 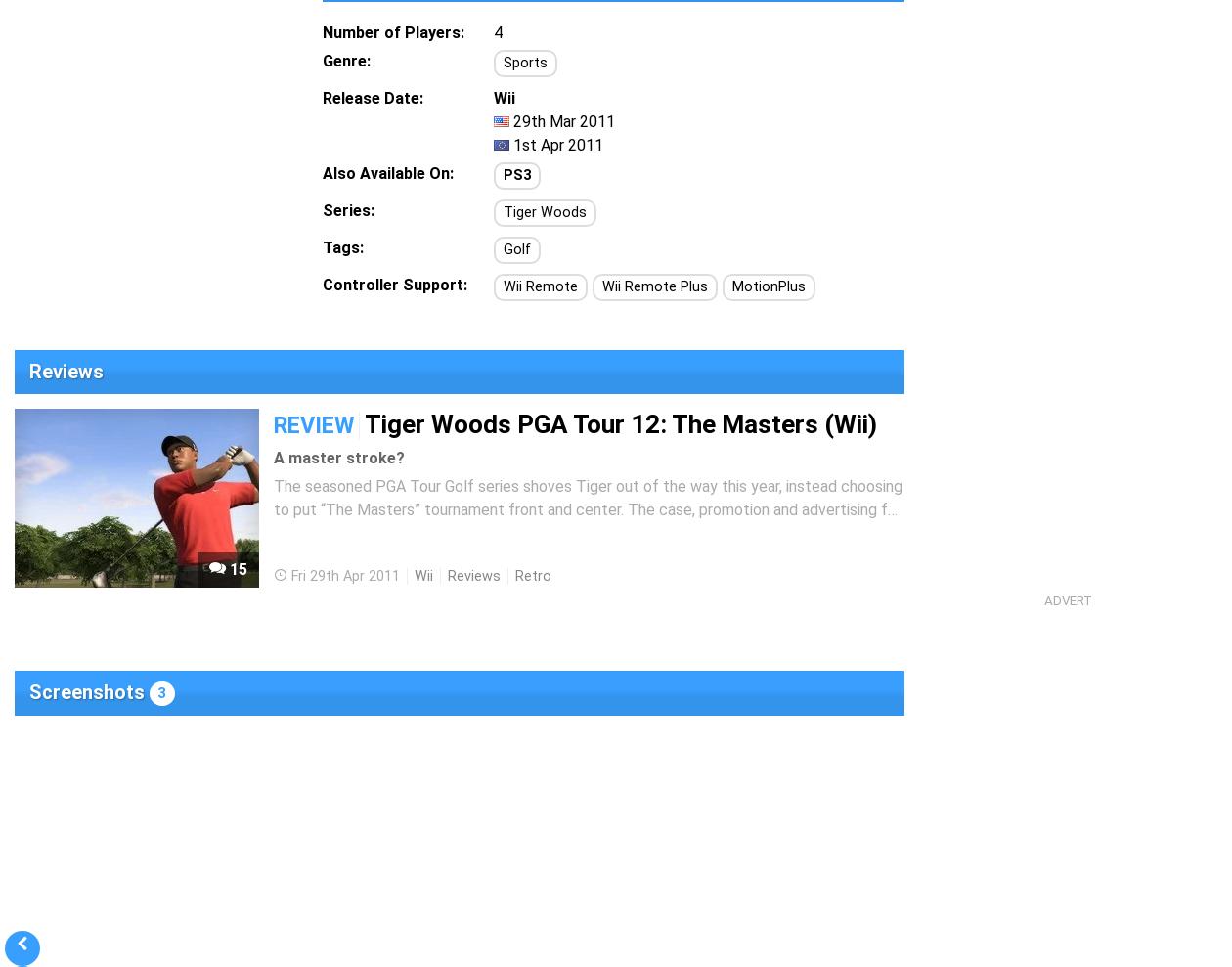 I want to click on 'Wii Remote', so click(x=541, y=286).